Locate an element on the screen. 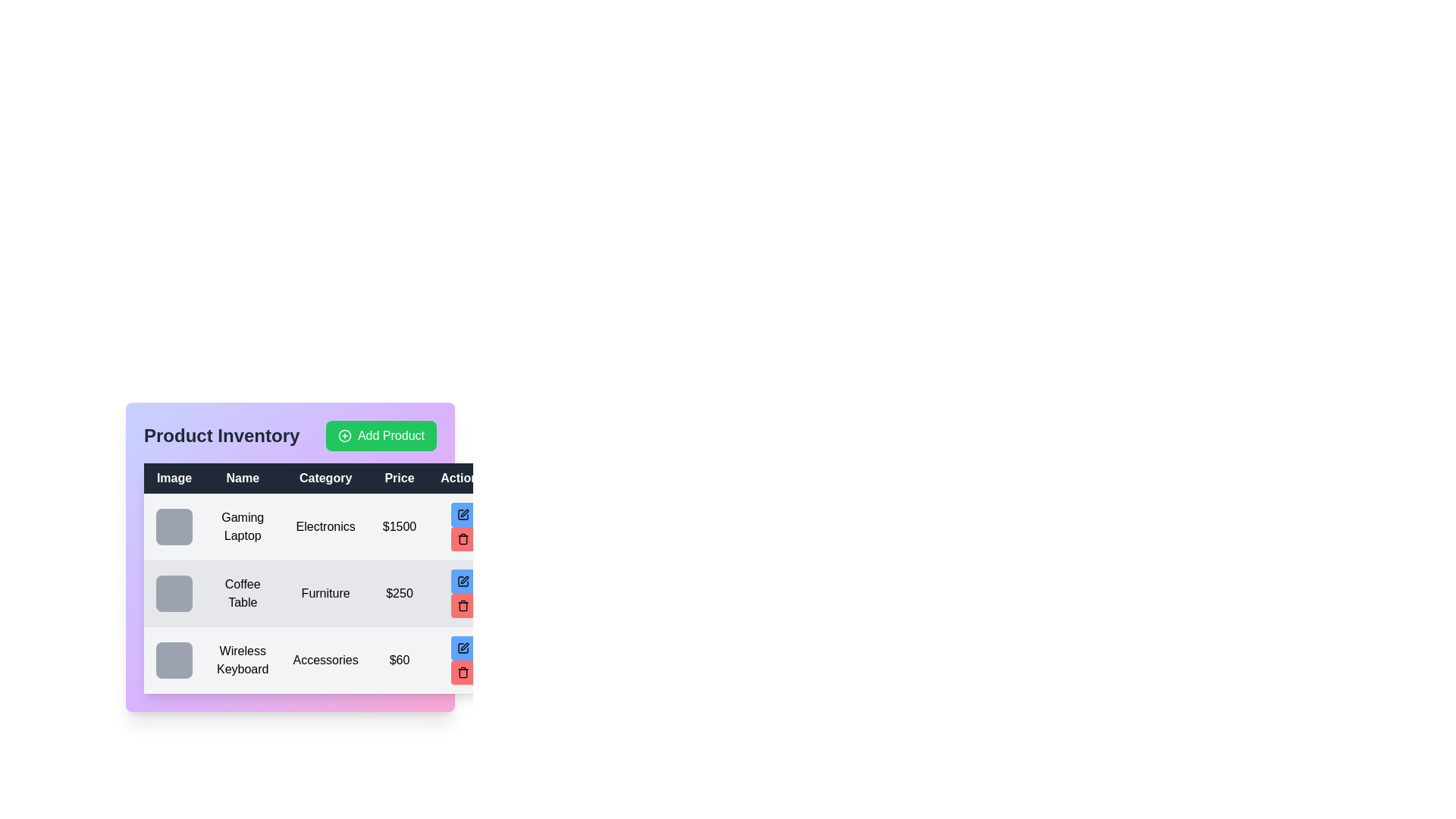  the topmost list item is located at coordinates (319, 526).